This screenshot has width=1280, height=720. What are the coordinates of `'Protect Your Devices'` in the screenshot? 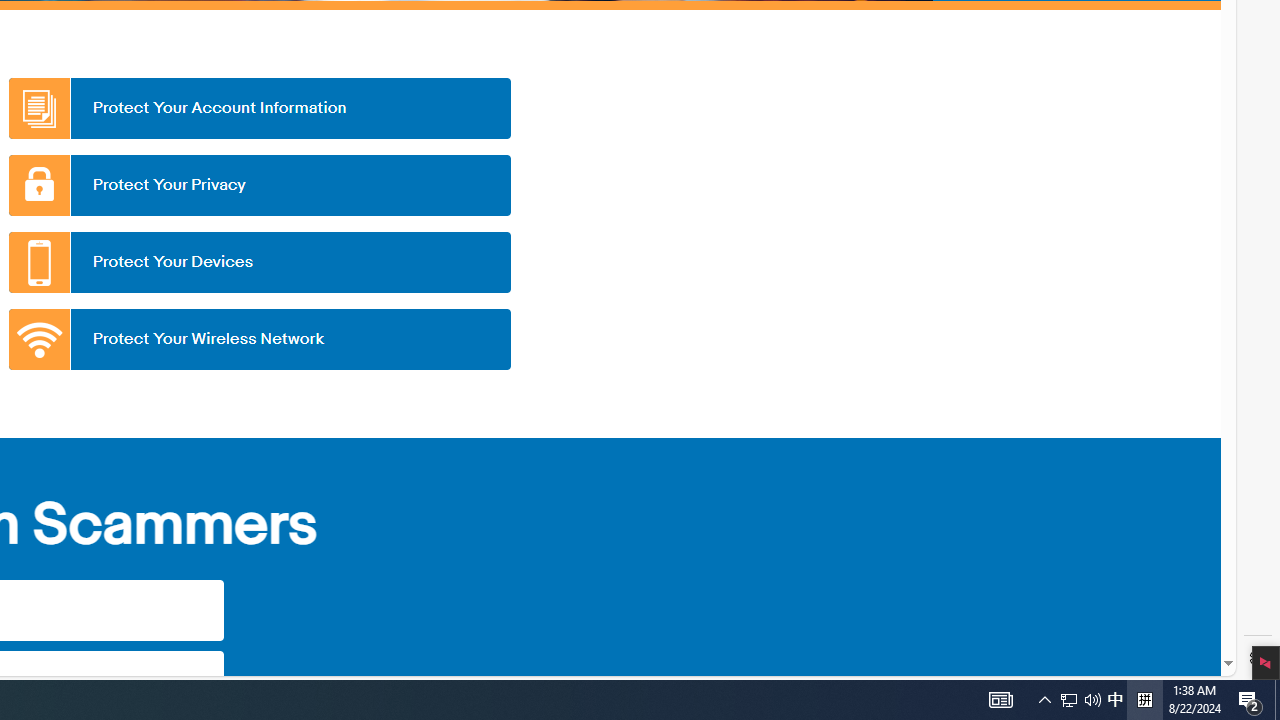 It's located at (258, 261).